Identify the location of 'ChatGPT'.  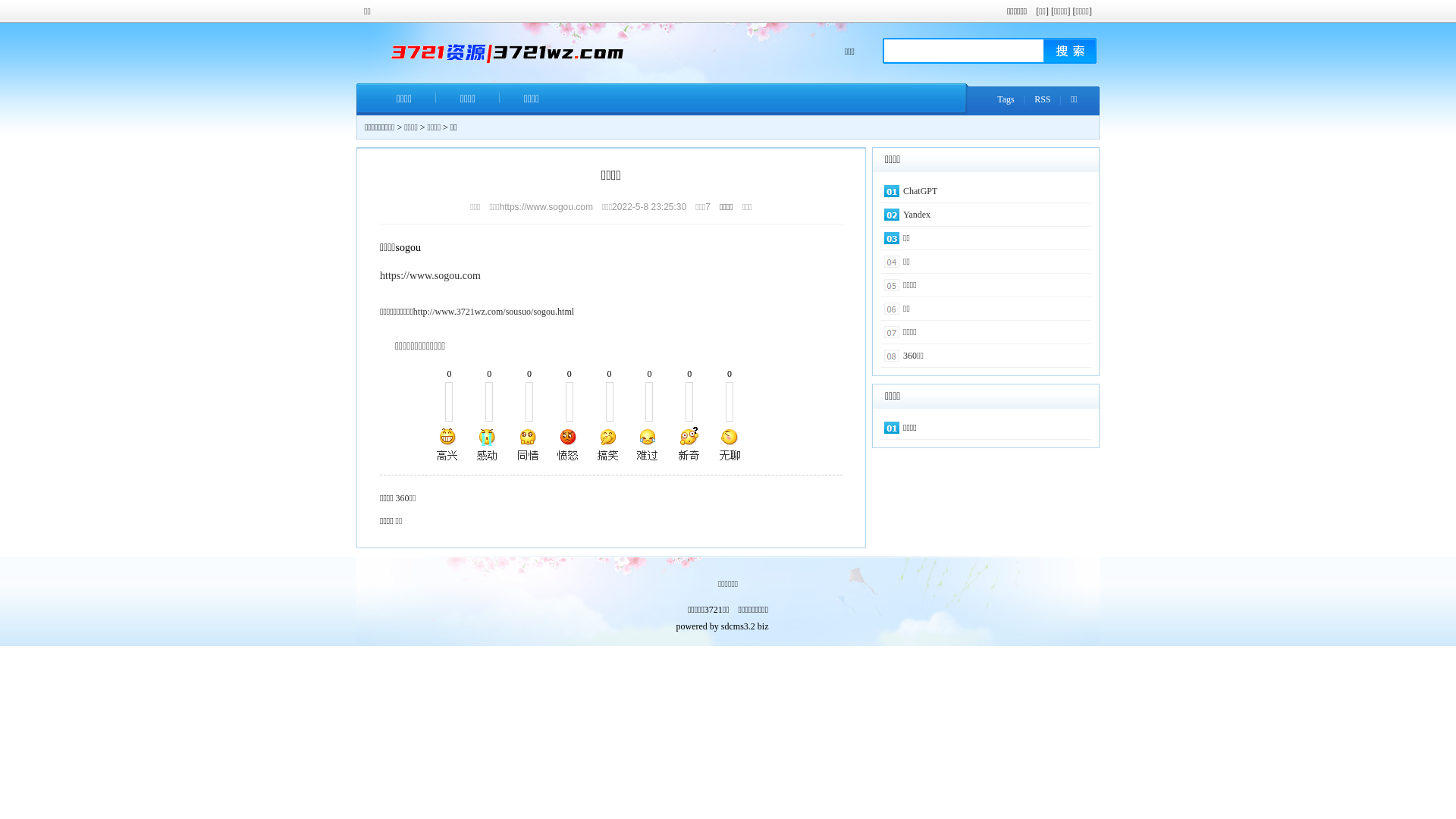
(919, 190).